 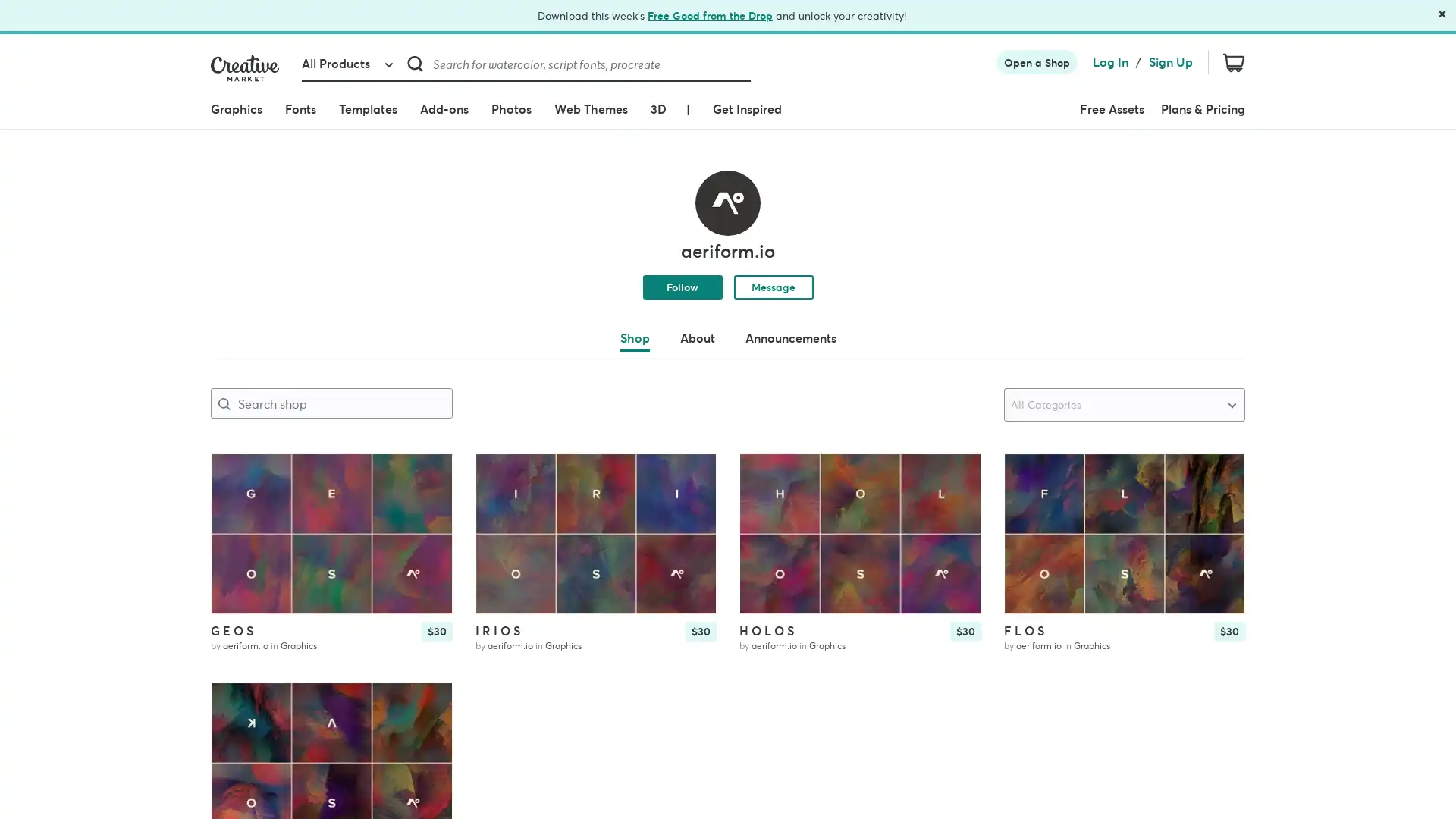 What do you see at coordinates (691, 475) in the screenshot?
I see `Like` at bounding box center [691, 475].